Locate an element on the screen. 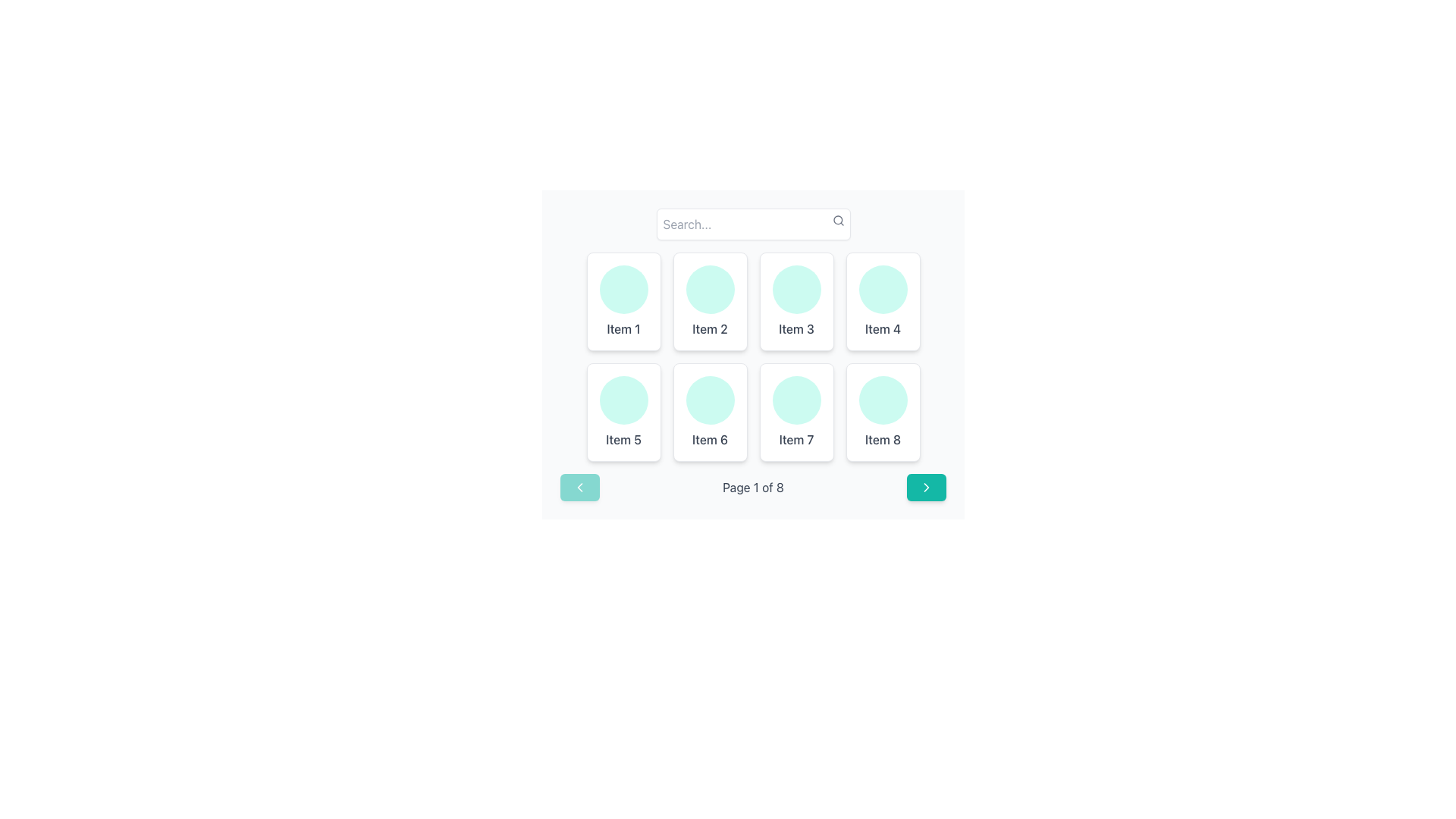 The height and width of the screenshot is (819, 1456). the Card labeled 'Item 1', which is the first card in a 4x2 grid layout located in the top-left corner of the grid is located at coordinates (623, 301).